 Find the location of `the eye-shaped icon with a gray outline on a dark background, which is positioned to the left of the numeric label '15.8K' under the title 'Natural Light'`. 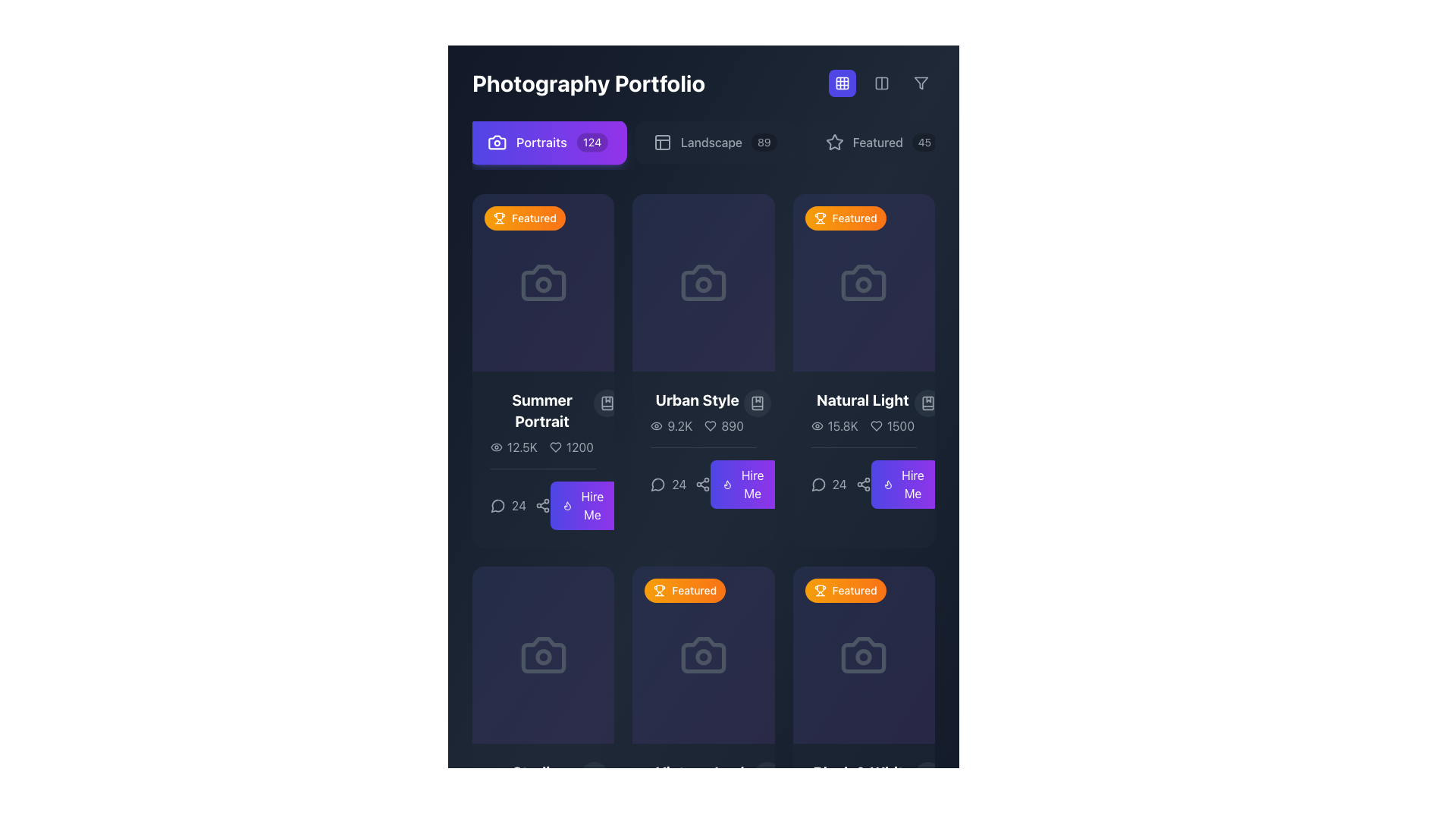

the eye-shaped icon with a gray outline on a dark background, which is positioned to the left of the numeric label '15.8K' under the title 'Natural Light' is located at coordinates (816, 426).